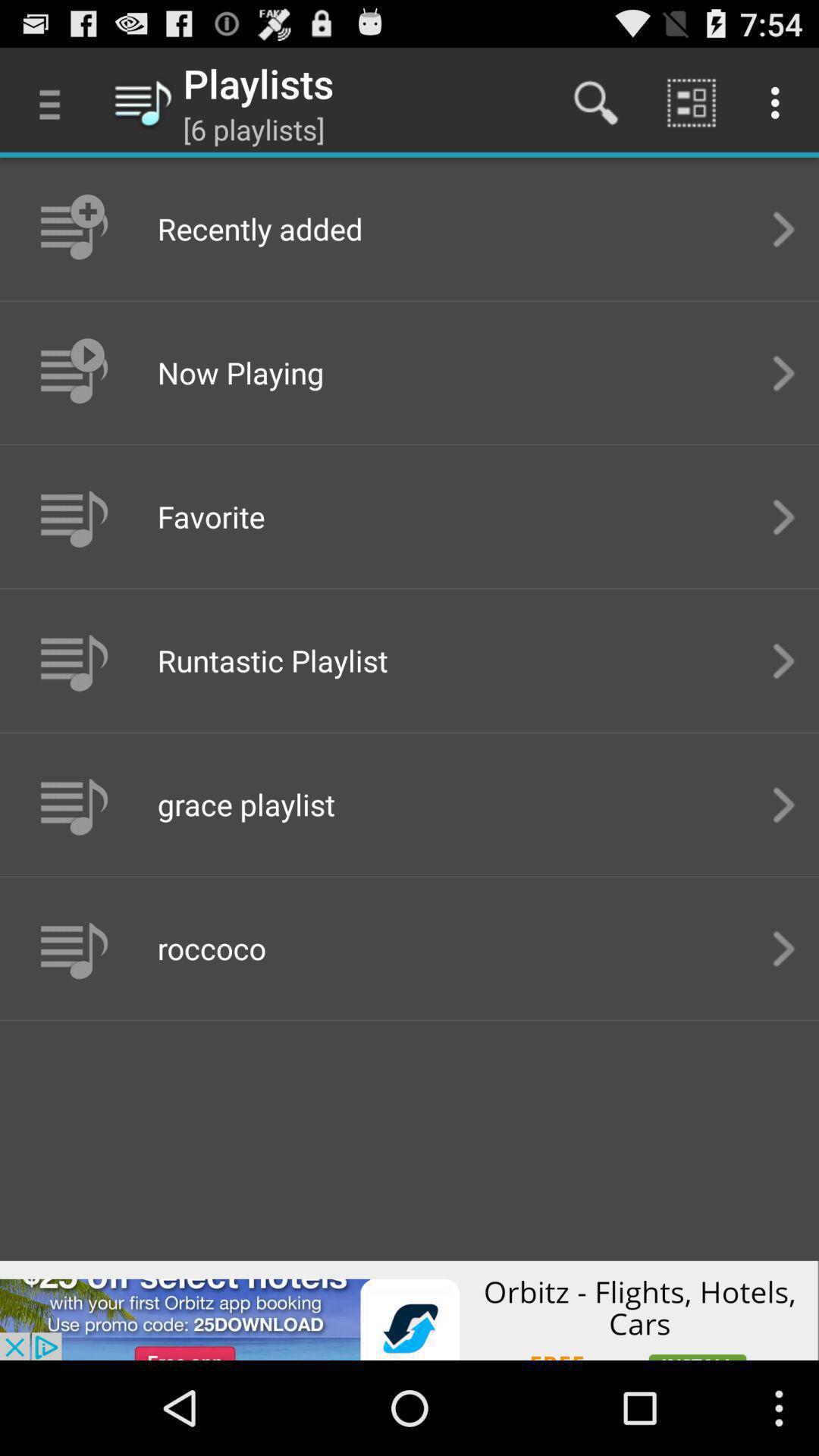  Describe the element at coordinates (753, 861) in the screenshot. I see `the arrow_forward icon` at that location.